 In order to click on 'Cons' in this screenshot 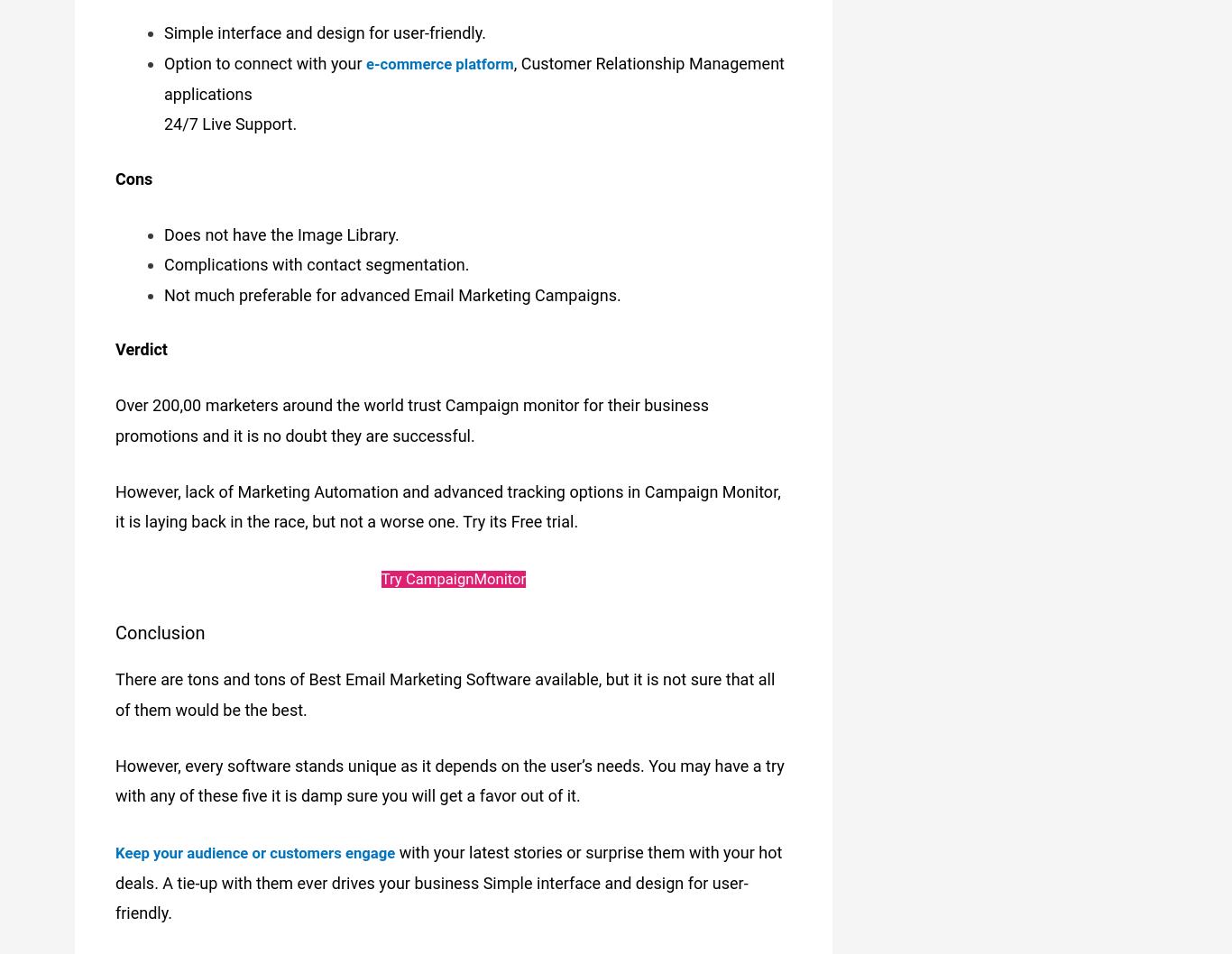, I will do `click(133, 167)`.